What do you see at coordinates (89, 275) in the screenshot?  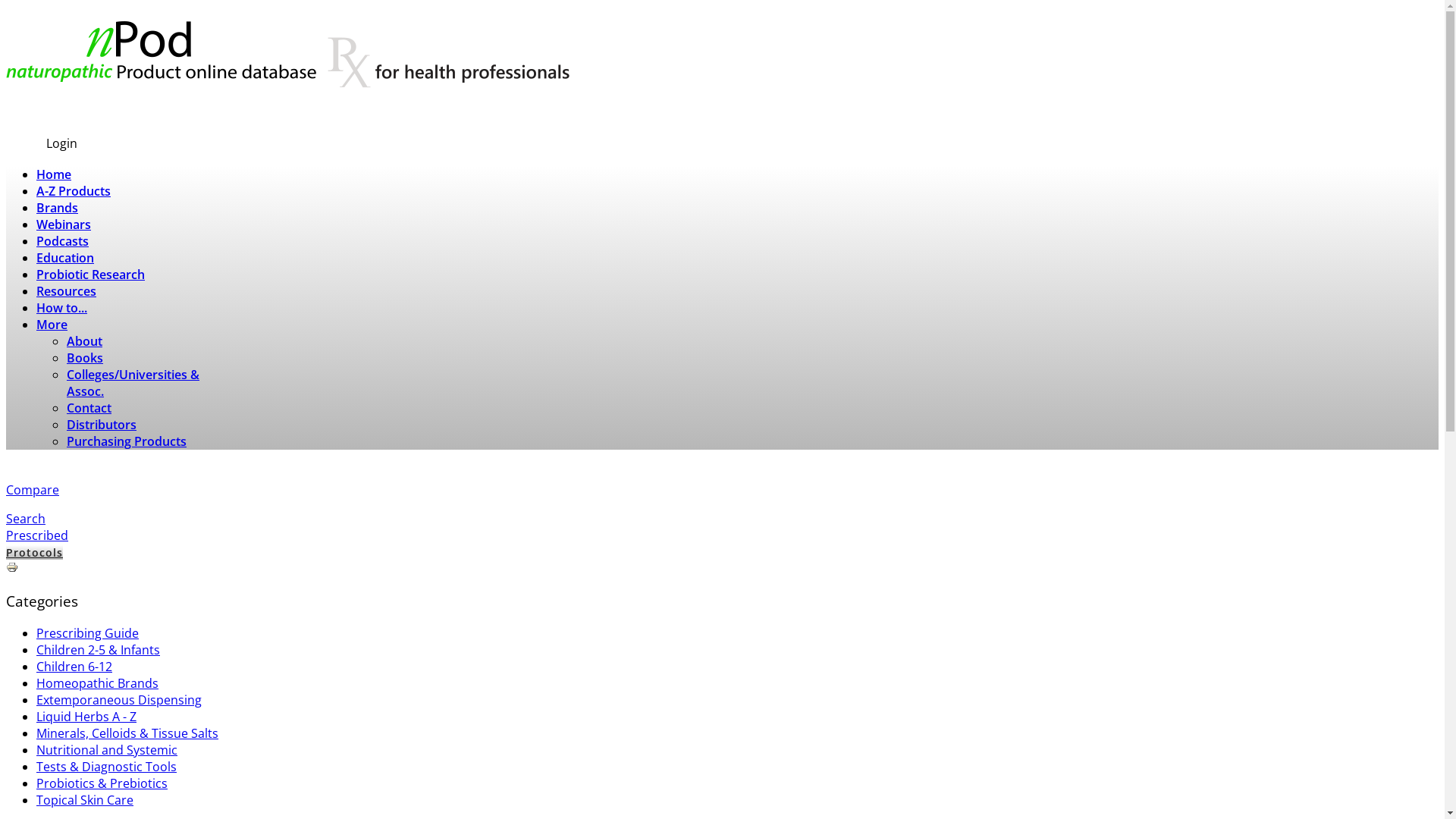 I see `'Probiotic Research'` at bounding box center [89, 275].